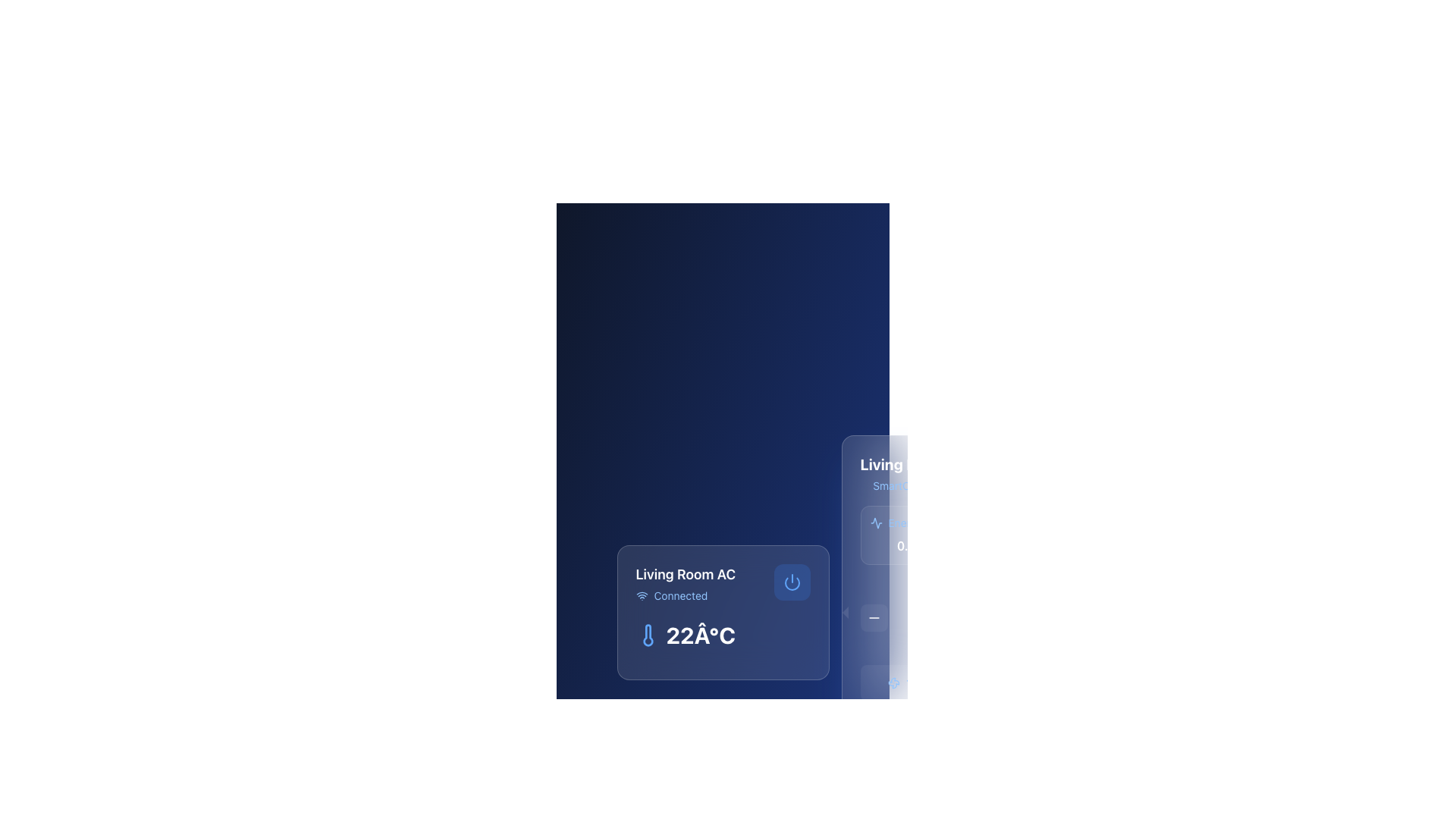 The height and width of the screenshot is (819, 1456). I want to click on the decrement button on the interactive control for temperature and fan speed settings, located centrally in the lower-right section of the interface, so click(985, 642).